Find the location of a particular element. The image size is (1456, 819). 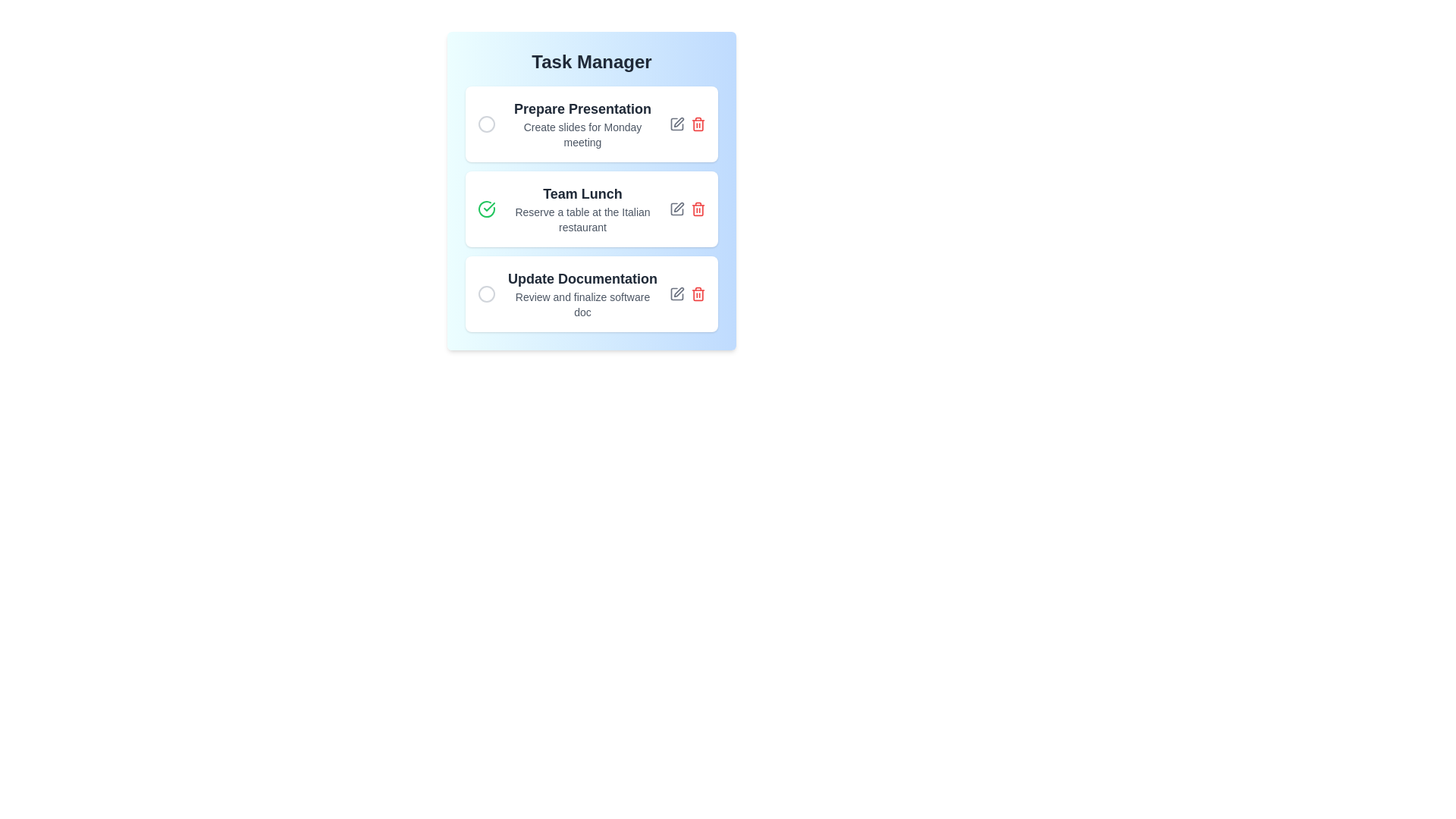

the delete button for the task titled Update Documentation is located at coordinates (698, 294).